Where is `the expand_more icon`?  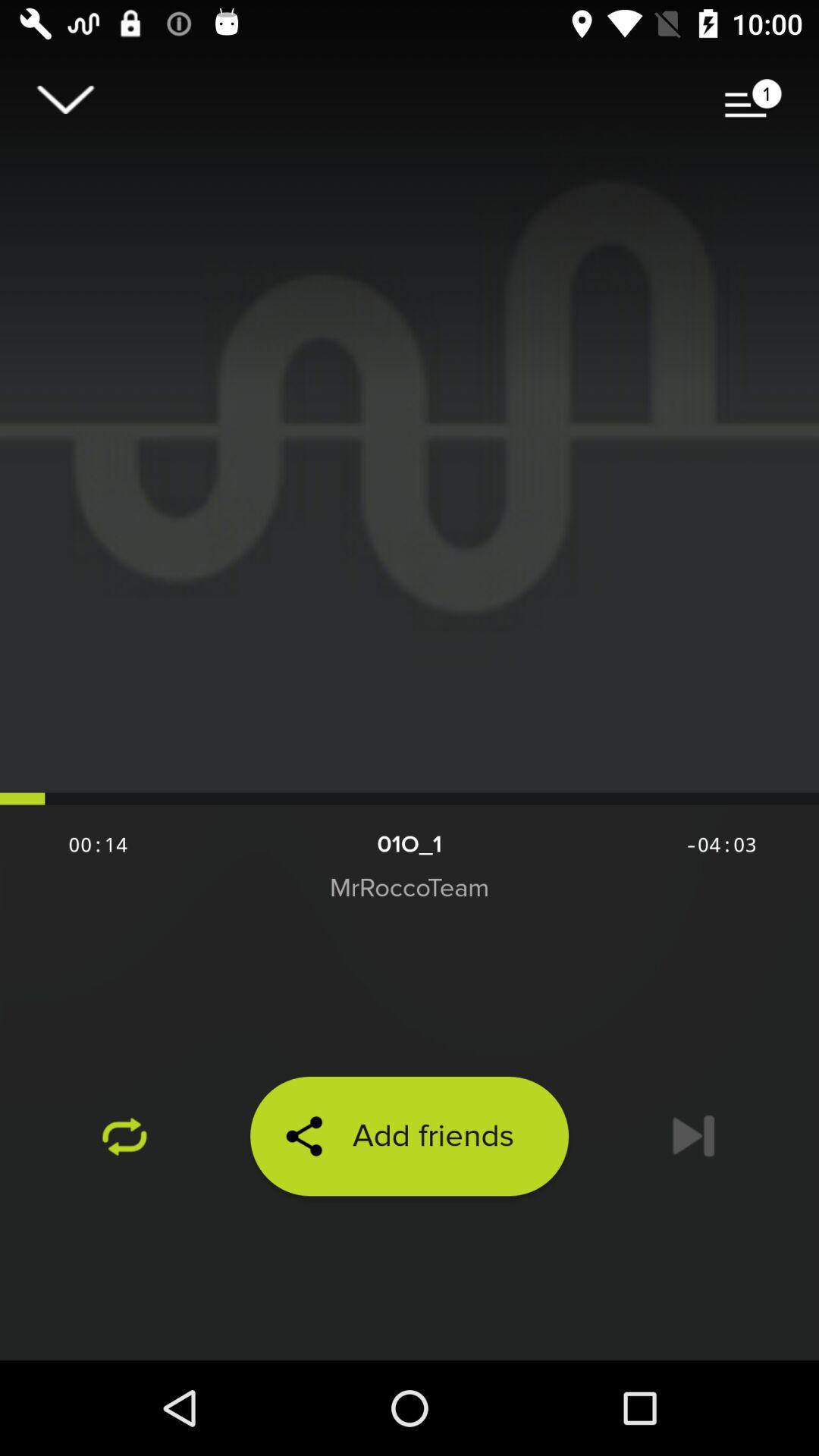 the expand_more icon is located at coordinates (64, 99).